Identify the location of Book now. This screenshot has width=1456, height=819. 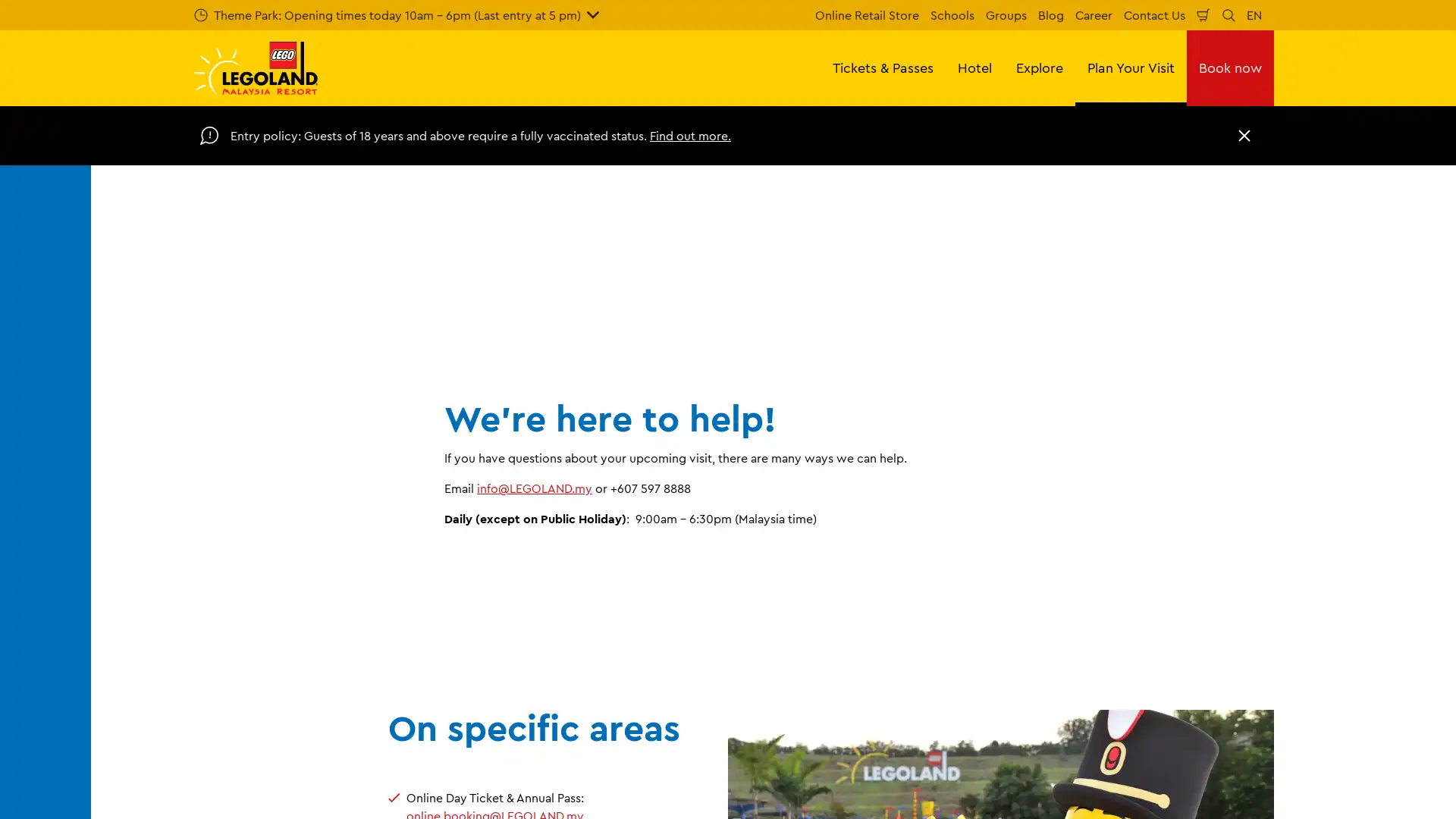
(1230, 67).